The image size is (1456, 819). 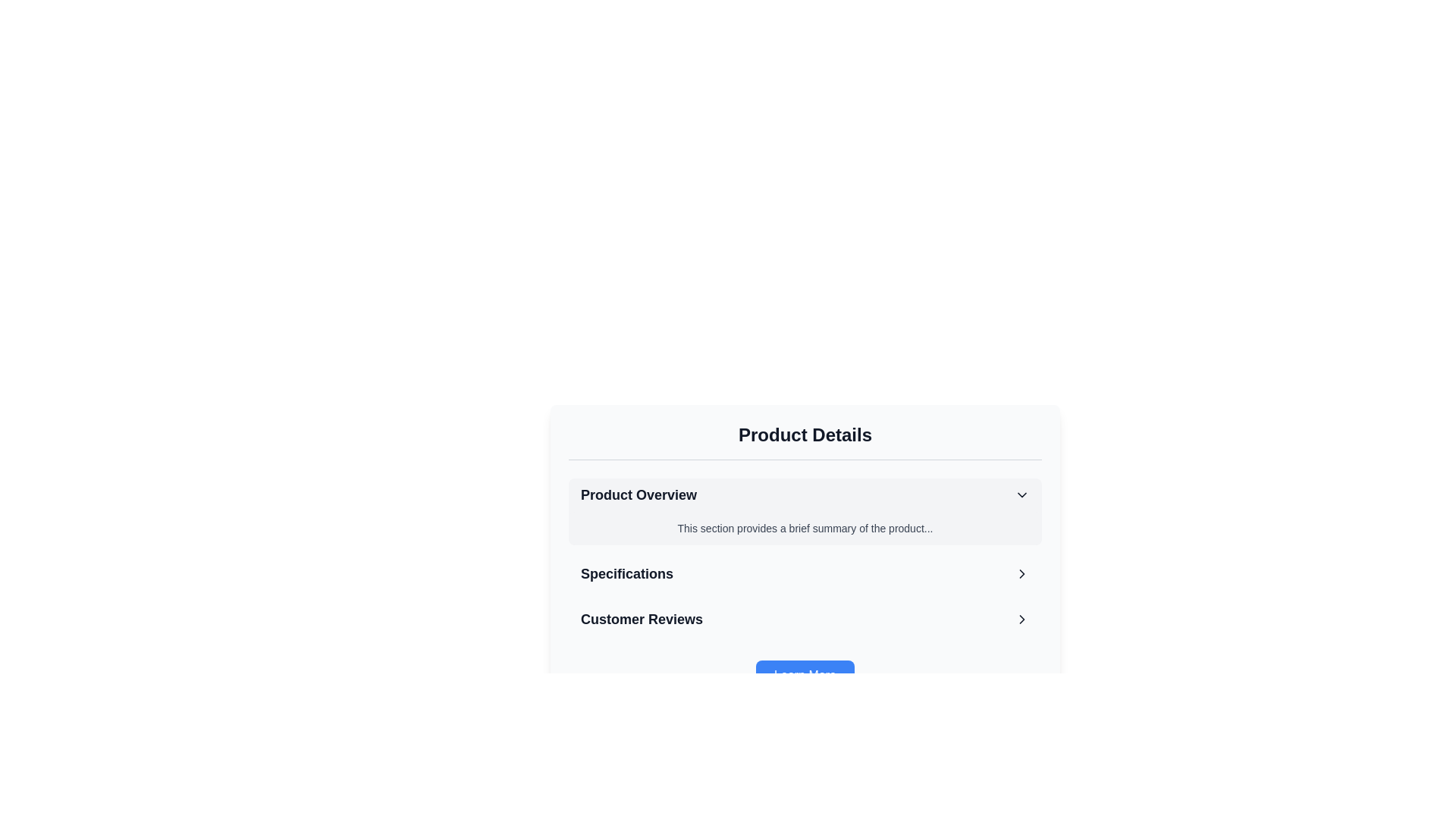 I want to click on the separator element that visually appears as a thin horizontal line with a gray border, positioned between the title 'Product Details' and the content section 'Product Overview', so click(x=804, y=459).